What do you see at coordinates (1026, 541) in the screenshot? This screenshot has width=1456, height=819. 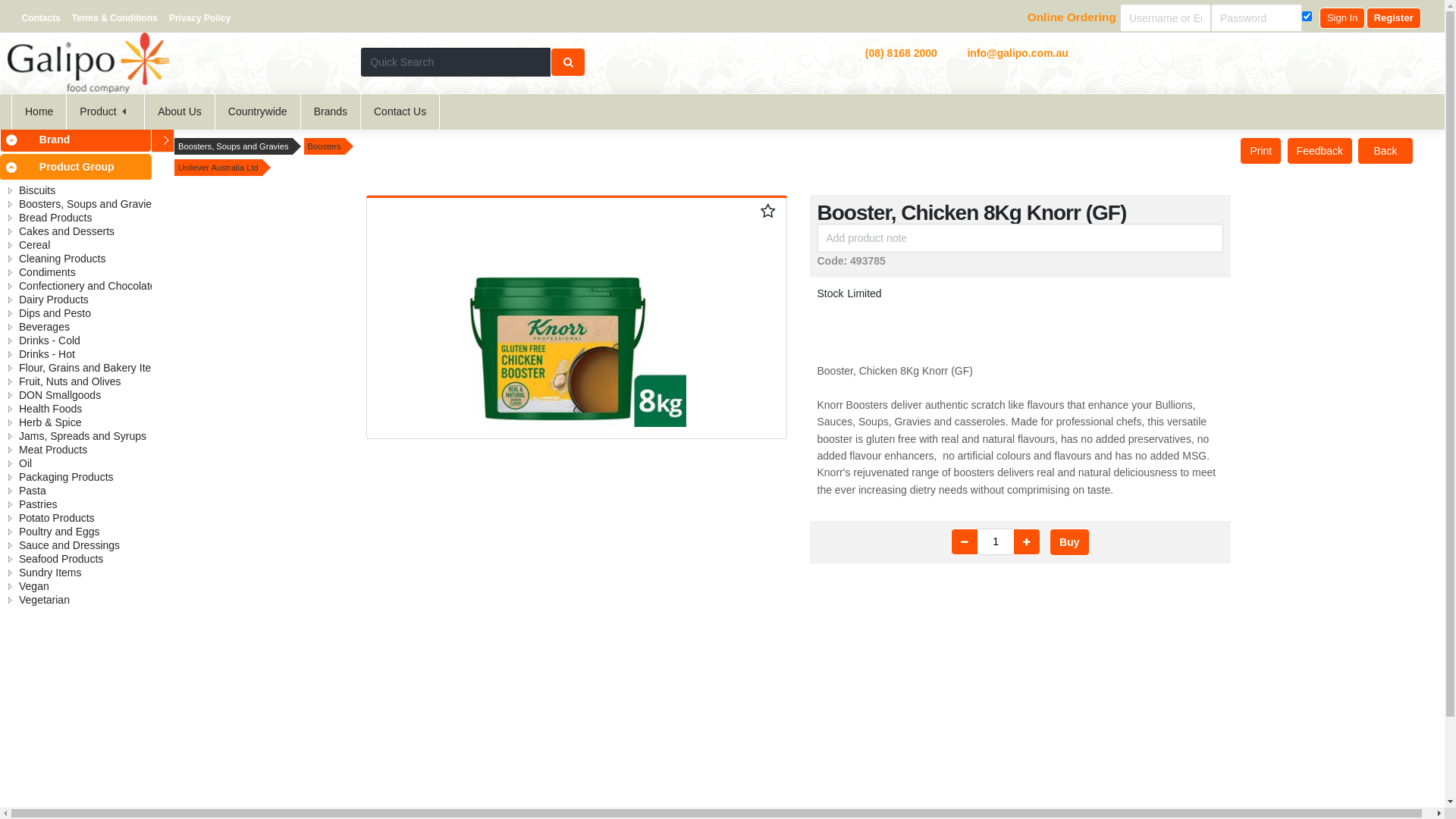 I see `'Up'` at bounding box center [1026, 541].